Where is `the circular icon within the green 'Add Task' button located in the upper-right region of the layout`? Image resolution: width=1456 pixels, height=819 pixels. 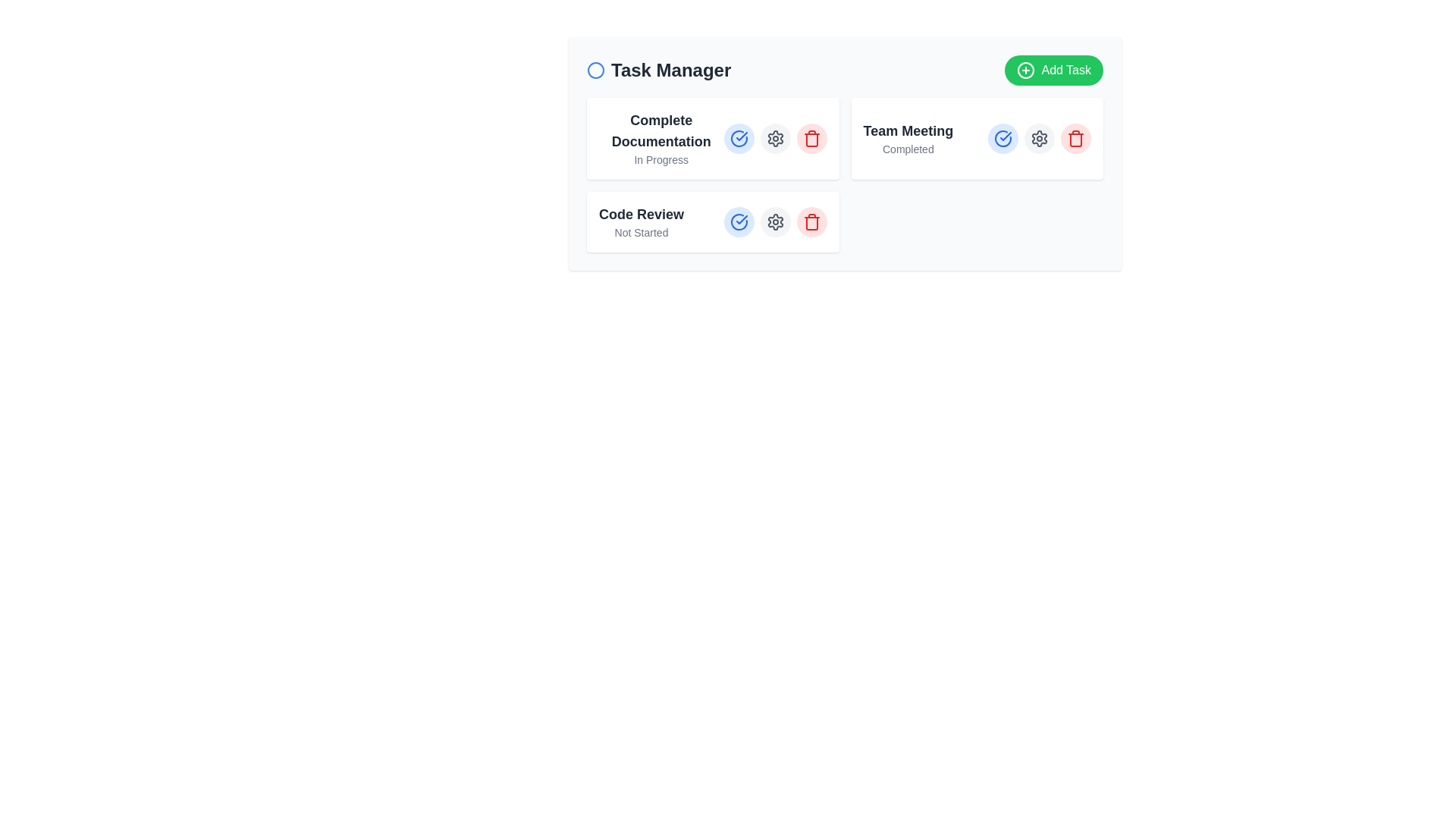 the circular icon within the green 'Add Task' button located in the upper-right region of the layout is located at coordinates (1026, 70).